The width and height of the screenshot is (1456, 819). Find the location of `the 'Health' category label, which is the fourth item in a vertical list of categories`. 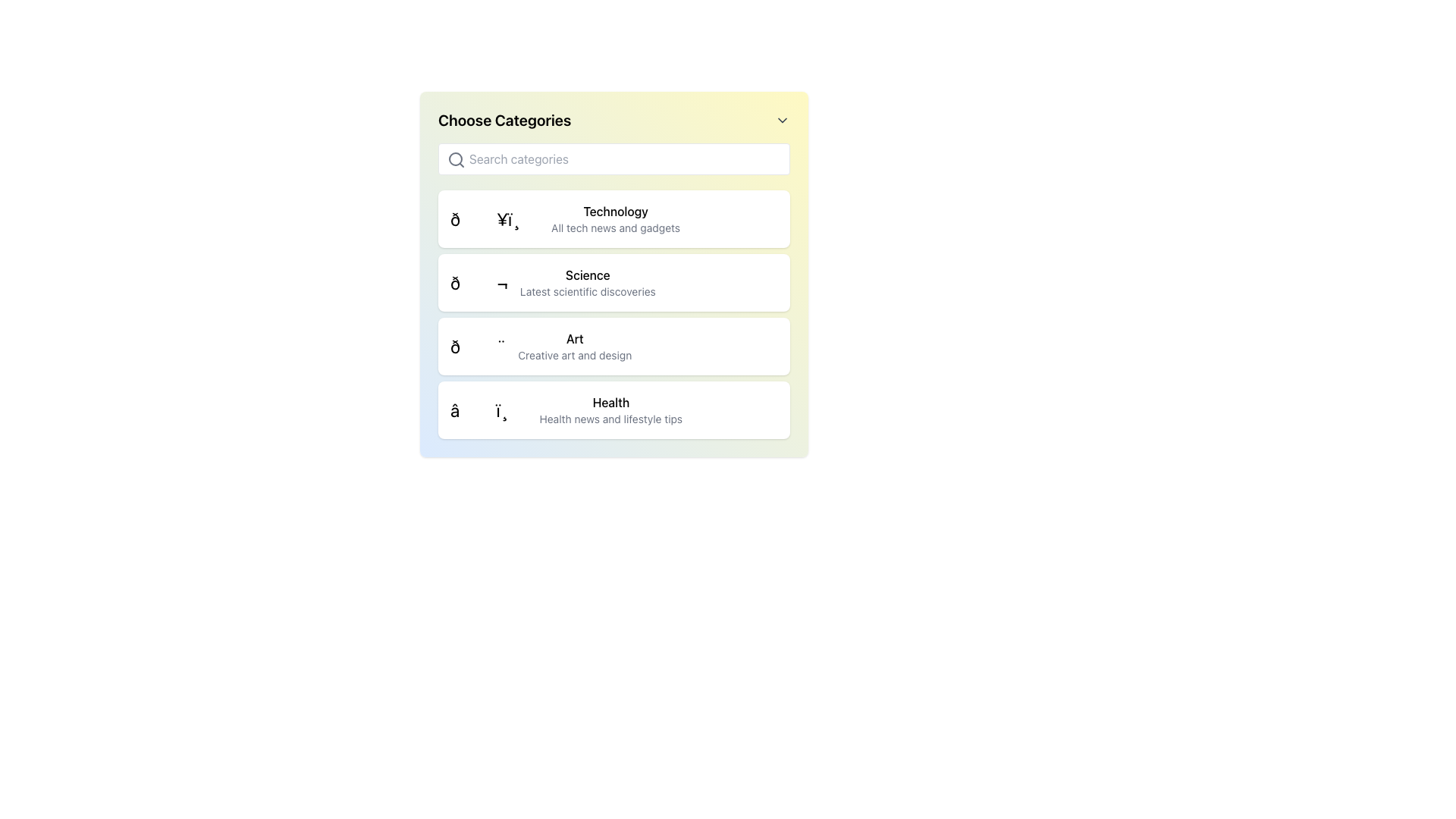

the 'Health' category label, which is the fourth item in a vertical list of categories is located at coordinates (610, 409).